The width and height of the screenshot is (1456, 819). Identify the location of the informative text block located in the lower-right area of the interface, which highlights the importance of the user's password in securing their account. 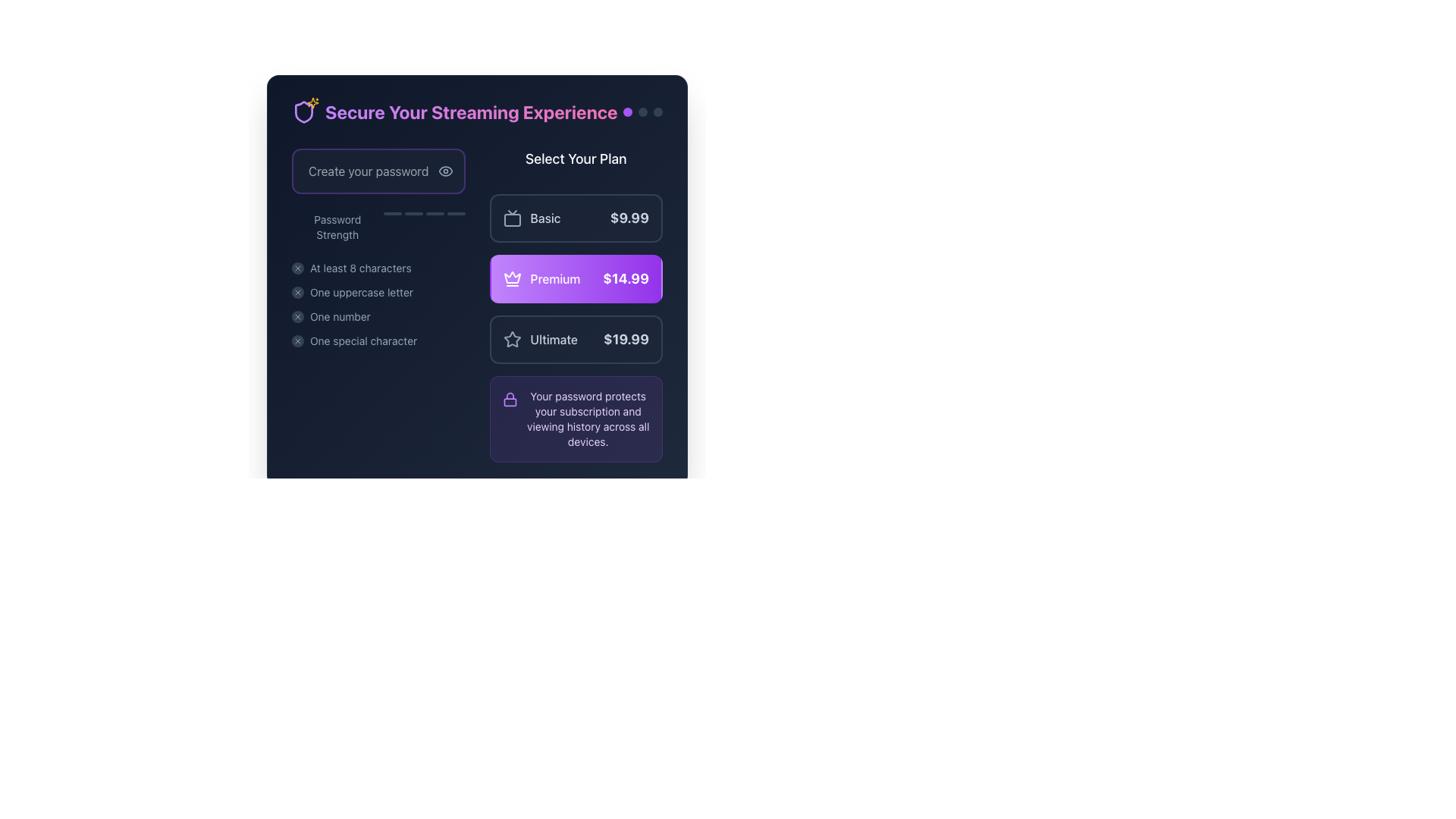
(575, 419).